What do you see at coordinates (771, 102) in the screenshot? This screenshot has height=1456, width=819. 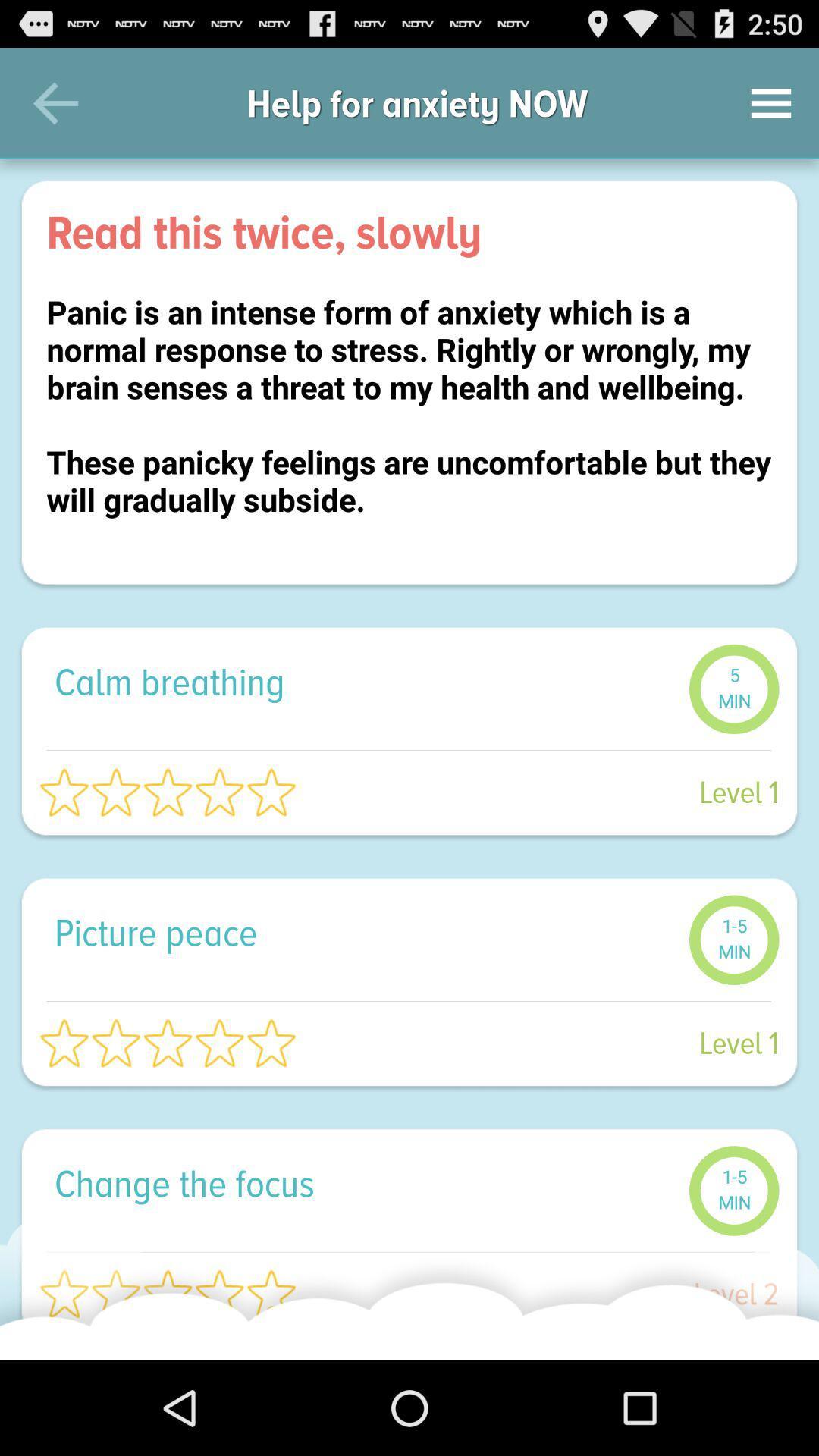 I see `icon next to the help for anxiety item` at bounding box center [771, 102].